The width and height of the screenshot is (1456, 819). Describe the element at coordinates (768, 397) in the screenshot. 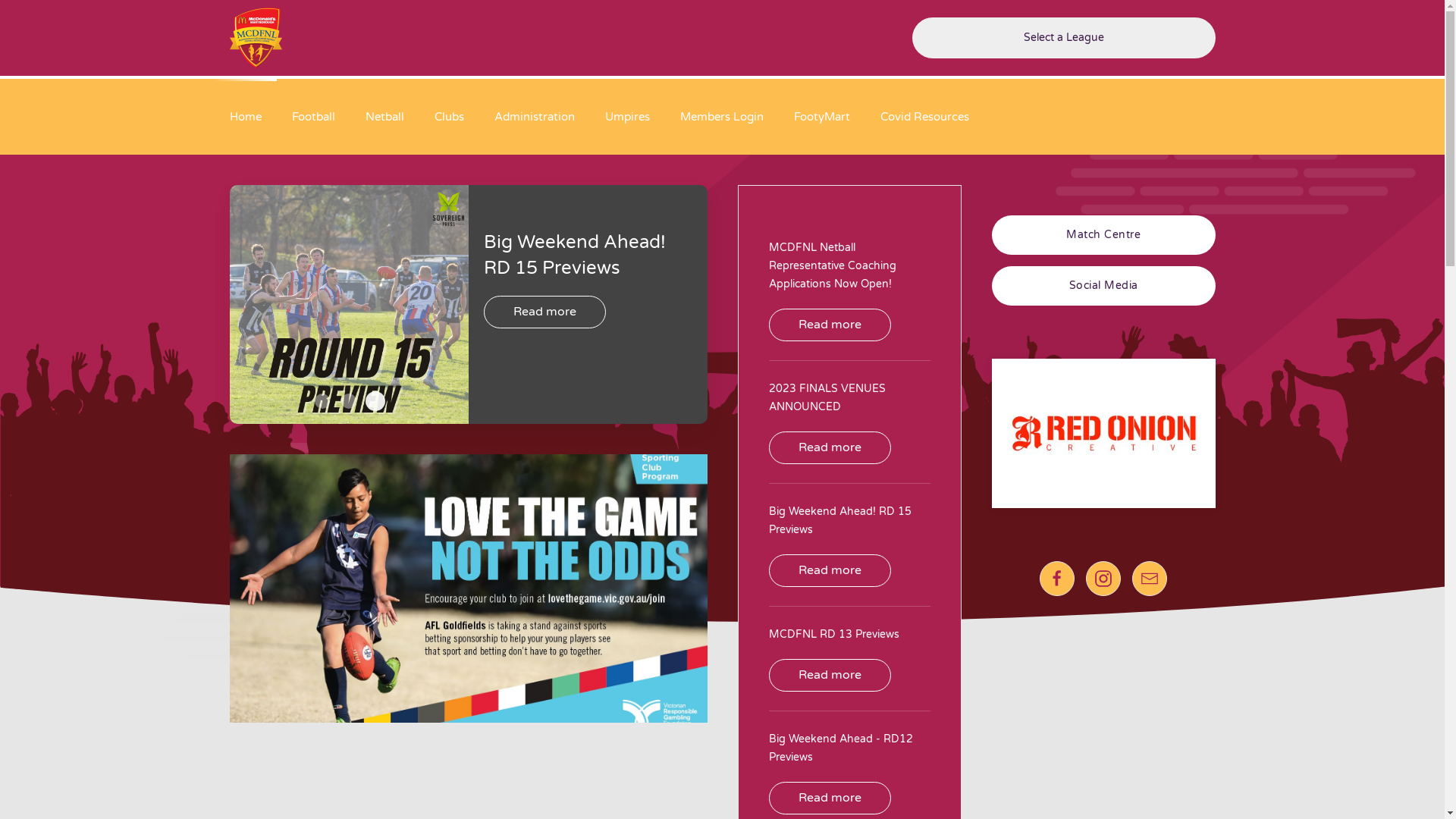

I see `'2023 FINALS VENUES ANNOUNCED'` at that location.